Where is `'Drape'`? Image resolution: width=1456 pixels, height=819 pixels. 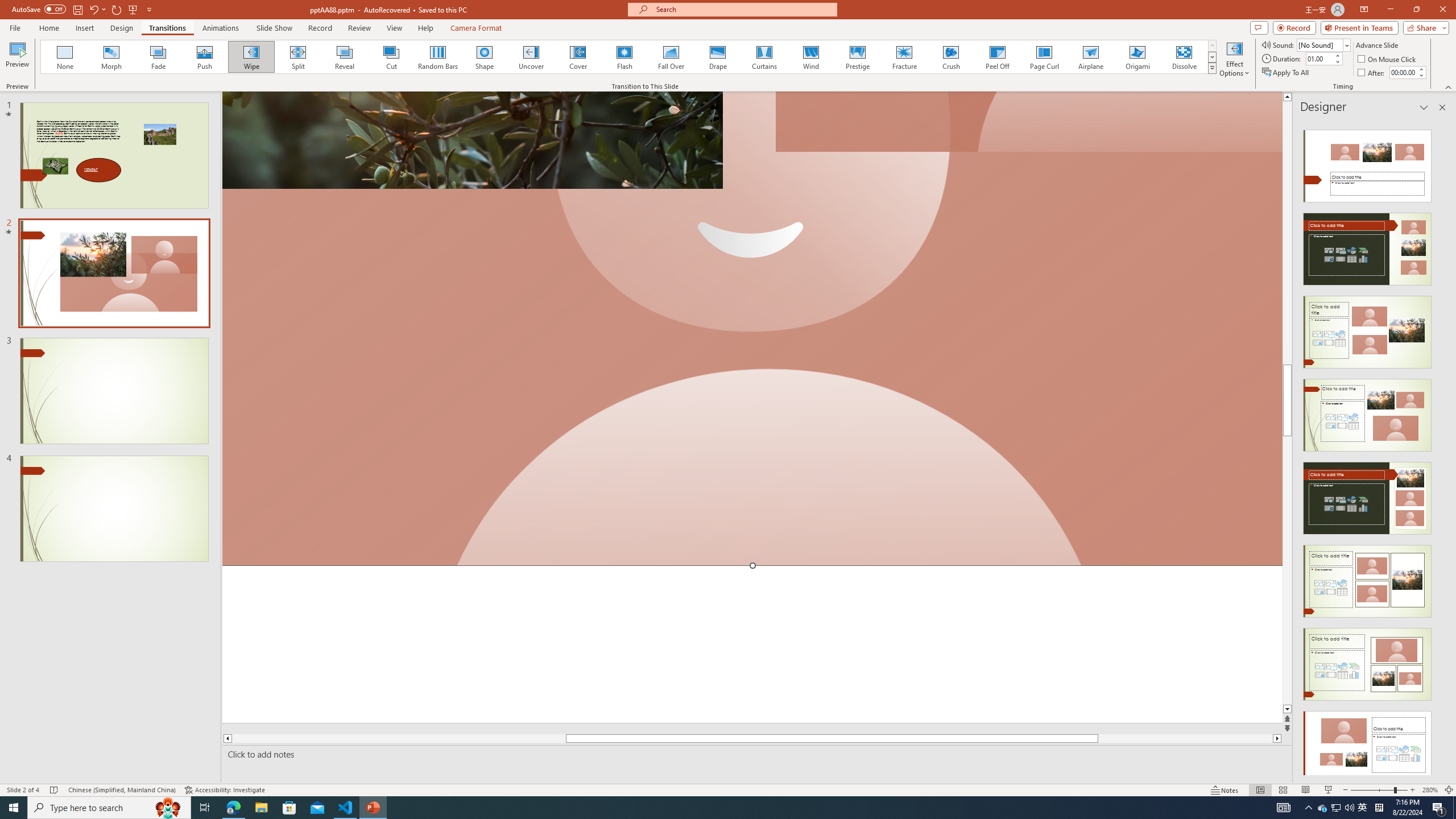
'Drape' is located at coordinates (717, 56).